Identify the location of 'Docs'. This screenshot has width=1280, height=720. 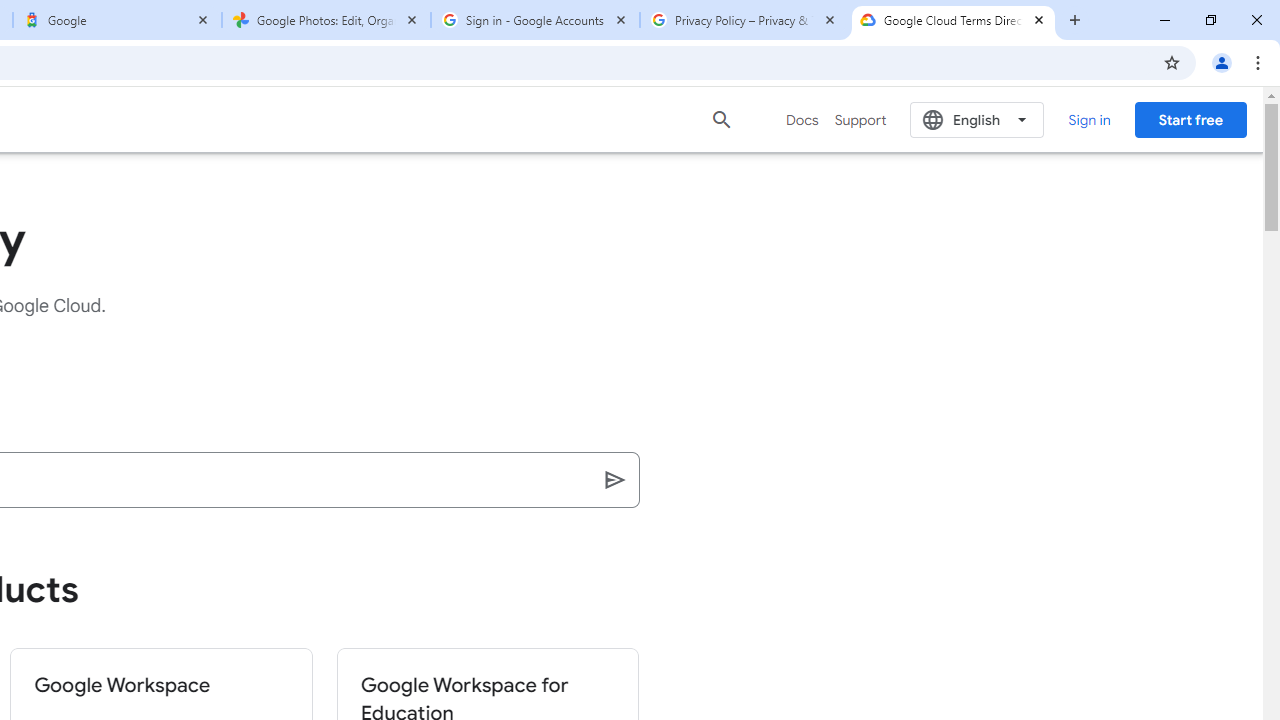
(802, 119).